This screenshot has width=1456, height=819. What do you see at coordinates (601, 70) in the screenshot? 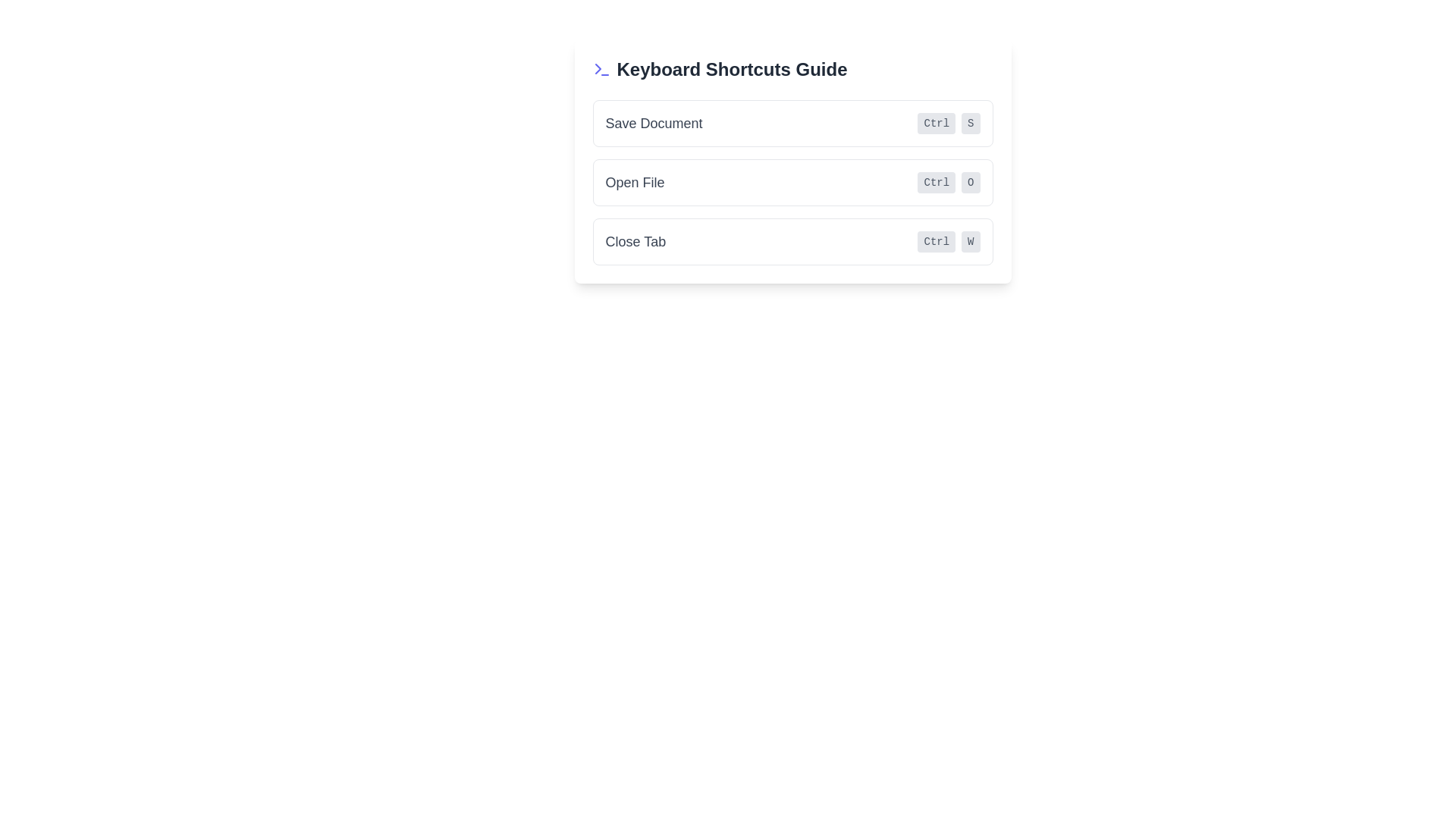
I see `the terminal icon located to the left of the text 'Keyboard Shortcuts Guide'` at bounding box center [601, 70].